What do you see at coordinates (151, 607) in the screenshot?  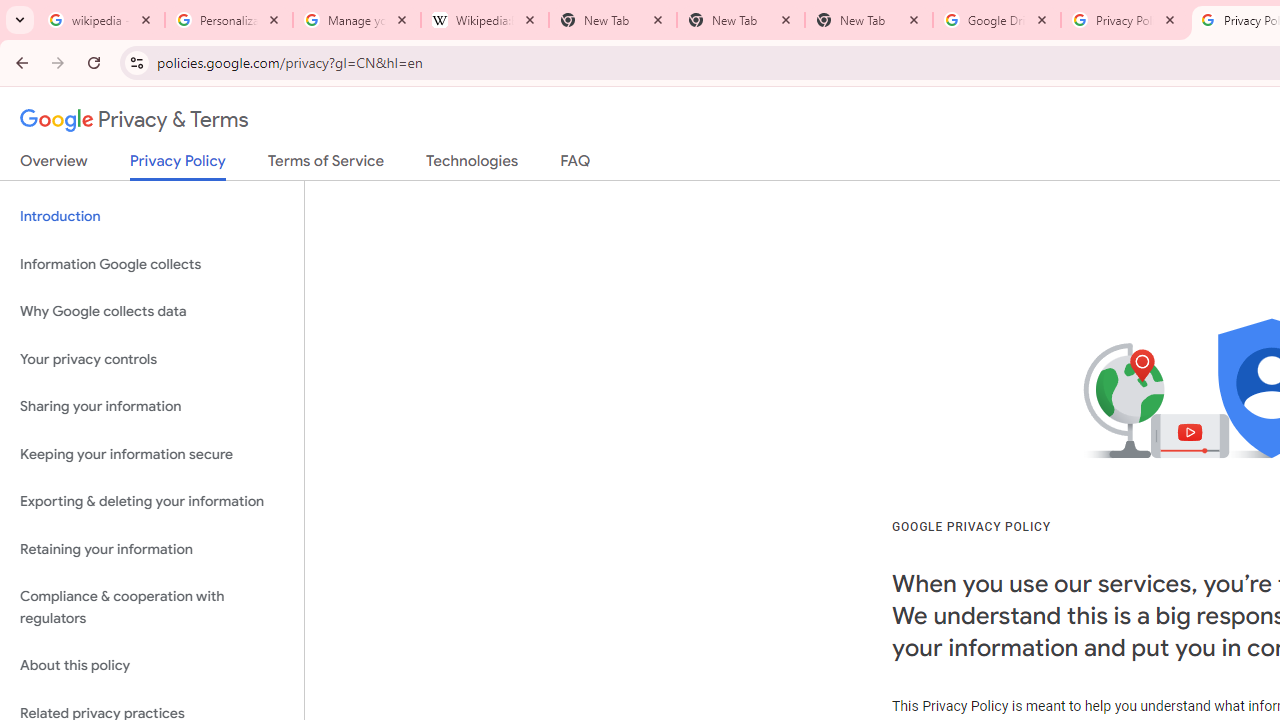 I see `'Compliance & cooperation with regulators'` at bounding box center [151, 607].